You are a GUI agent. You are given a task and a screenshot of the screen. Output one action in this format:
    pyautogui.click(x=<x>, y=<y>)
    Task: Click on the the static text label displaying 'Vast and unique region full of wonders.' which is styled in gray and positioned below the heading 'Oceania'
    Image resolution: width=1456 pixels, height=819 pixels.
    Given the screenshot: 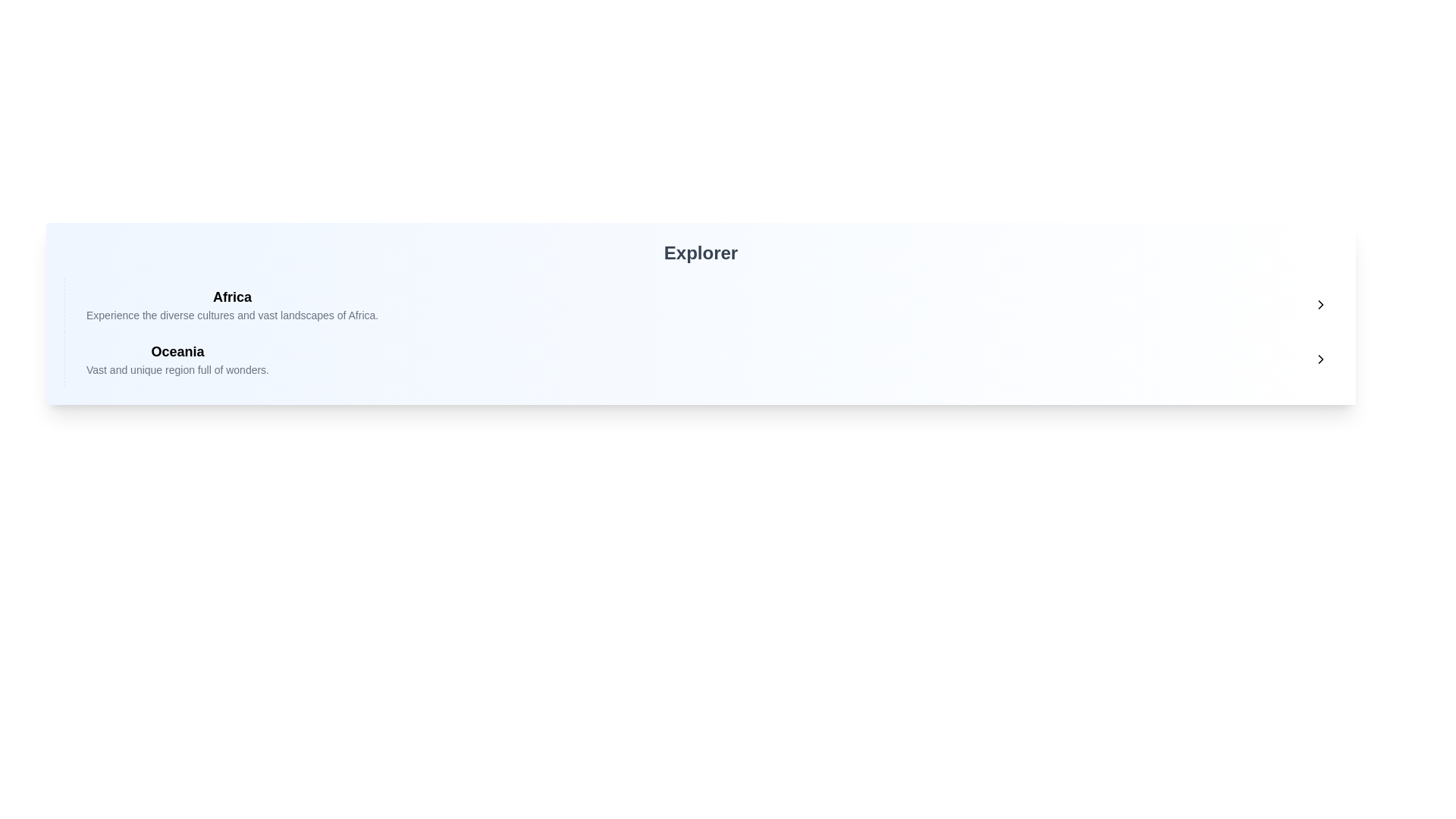 What is the action you would take?
    pyautogui.click(x=177, y=370)
    